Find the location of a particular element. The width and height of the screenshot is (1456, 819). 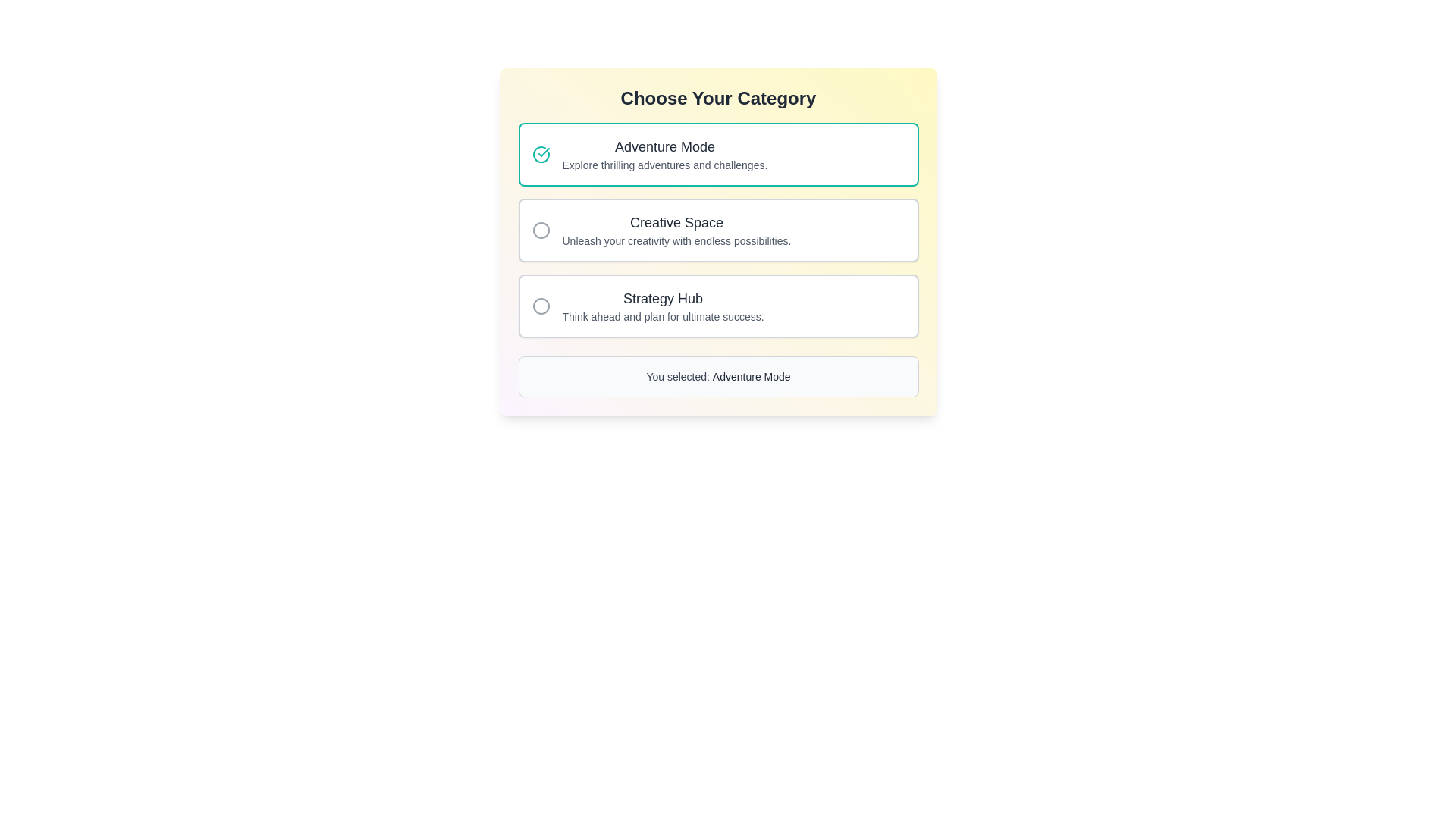

the selectable option styled as a card for 'Adventure Mode' category located in the first card of the selection menu is located at coordinates (664, 155).